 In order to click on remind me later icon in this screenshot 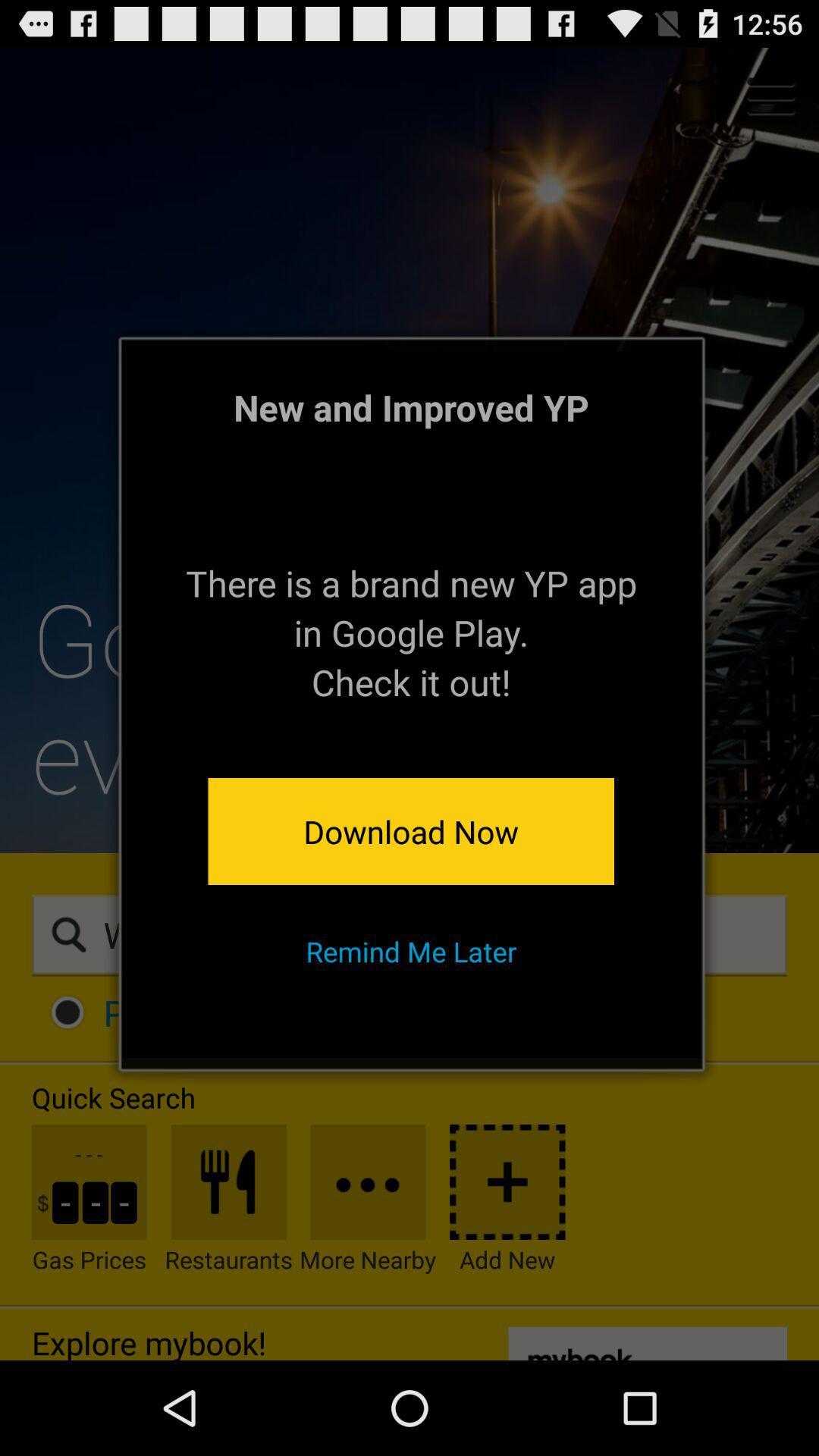, I will do `click(411, 950)`.